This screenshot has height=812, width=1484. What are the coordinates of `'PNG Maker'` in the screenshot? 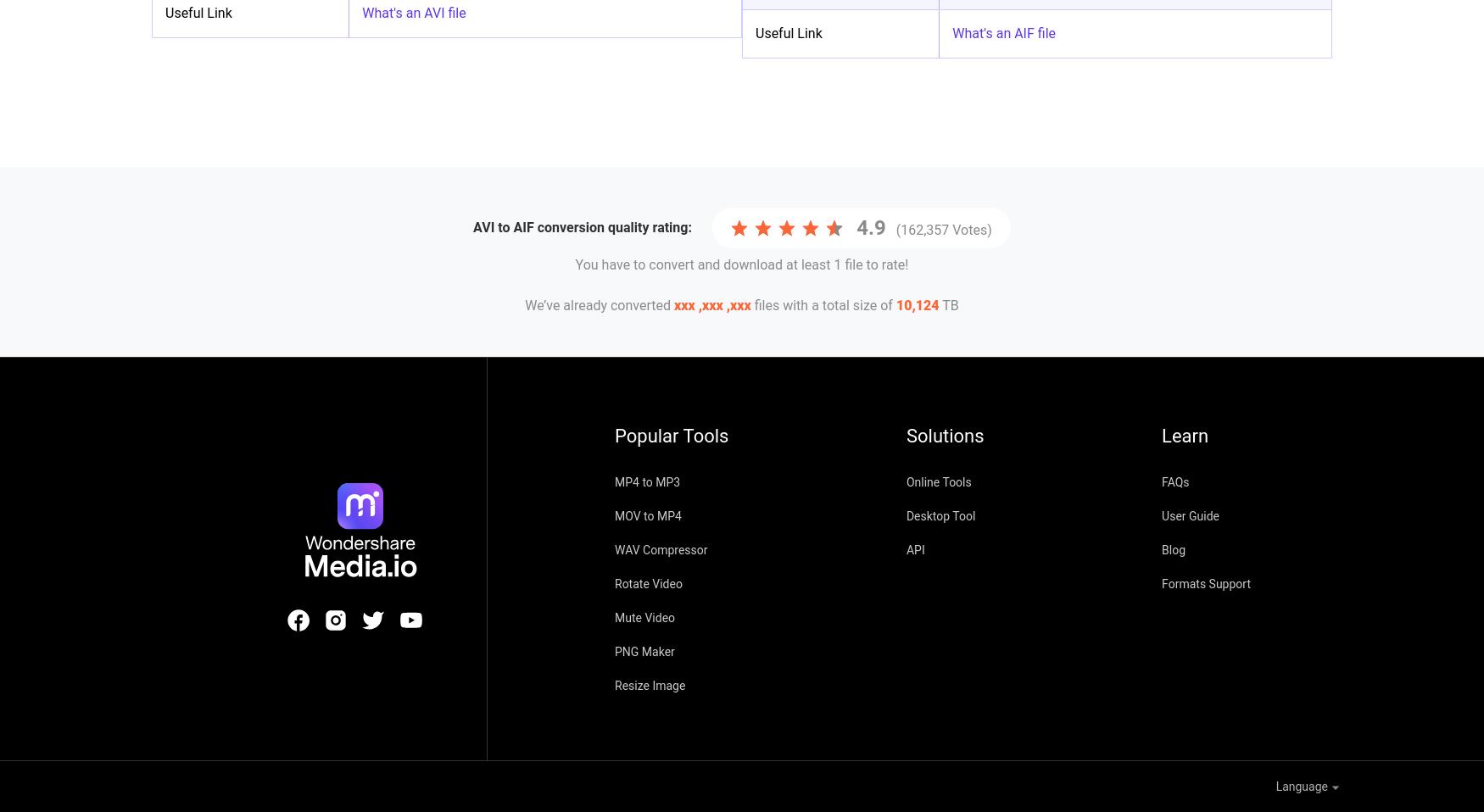 It's located at (644, 651).